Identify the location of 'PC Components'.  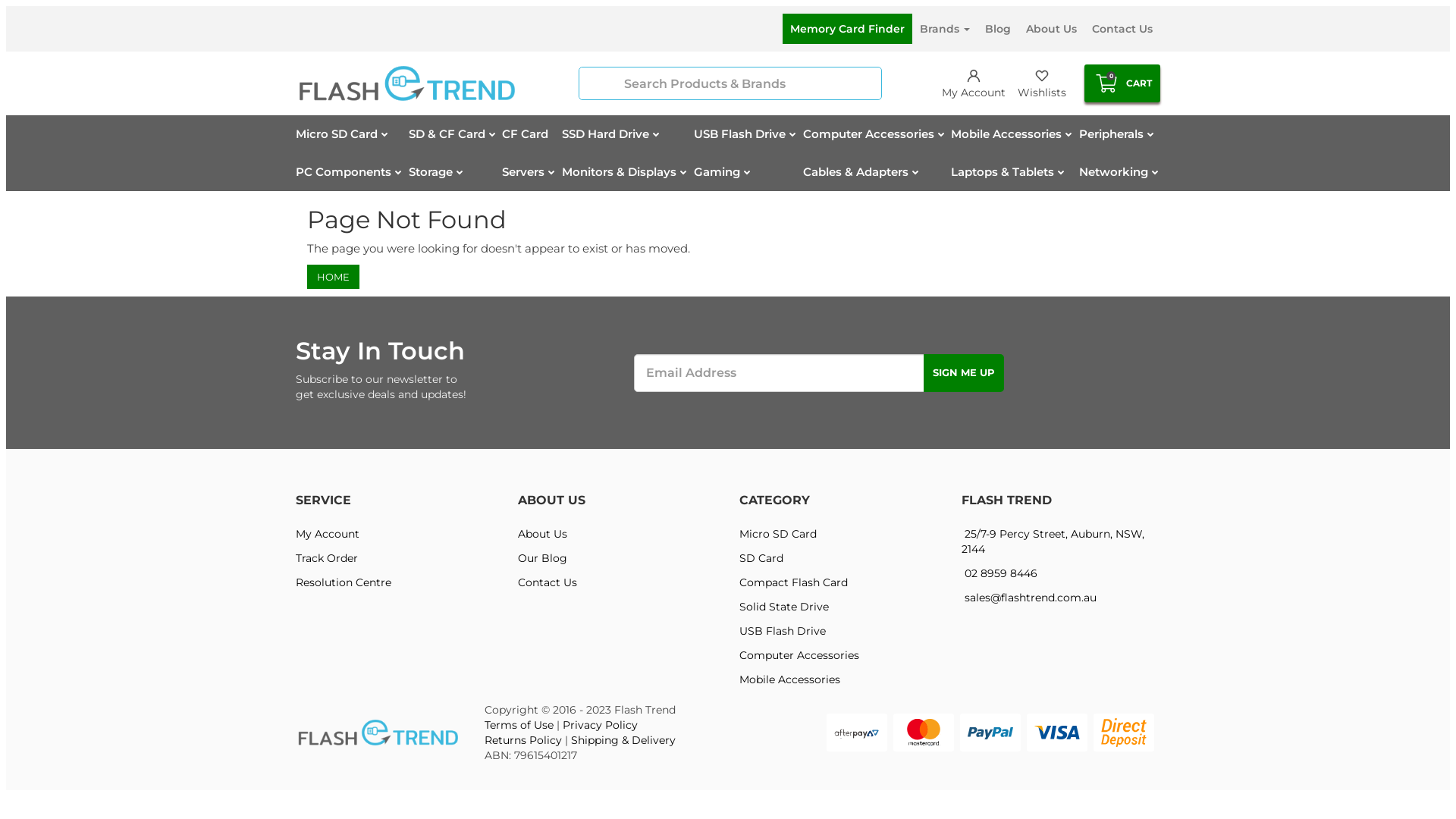
(348, 171).